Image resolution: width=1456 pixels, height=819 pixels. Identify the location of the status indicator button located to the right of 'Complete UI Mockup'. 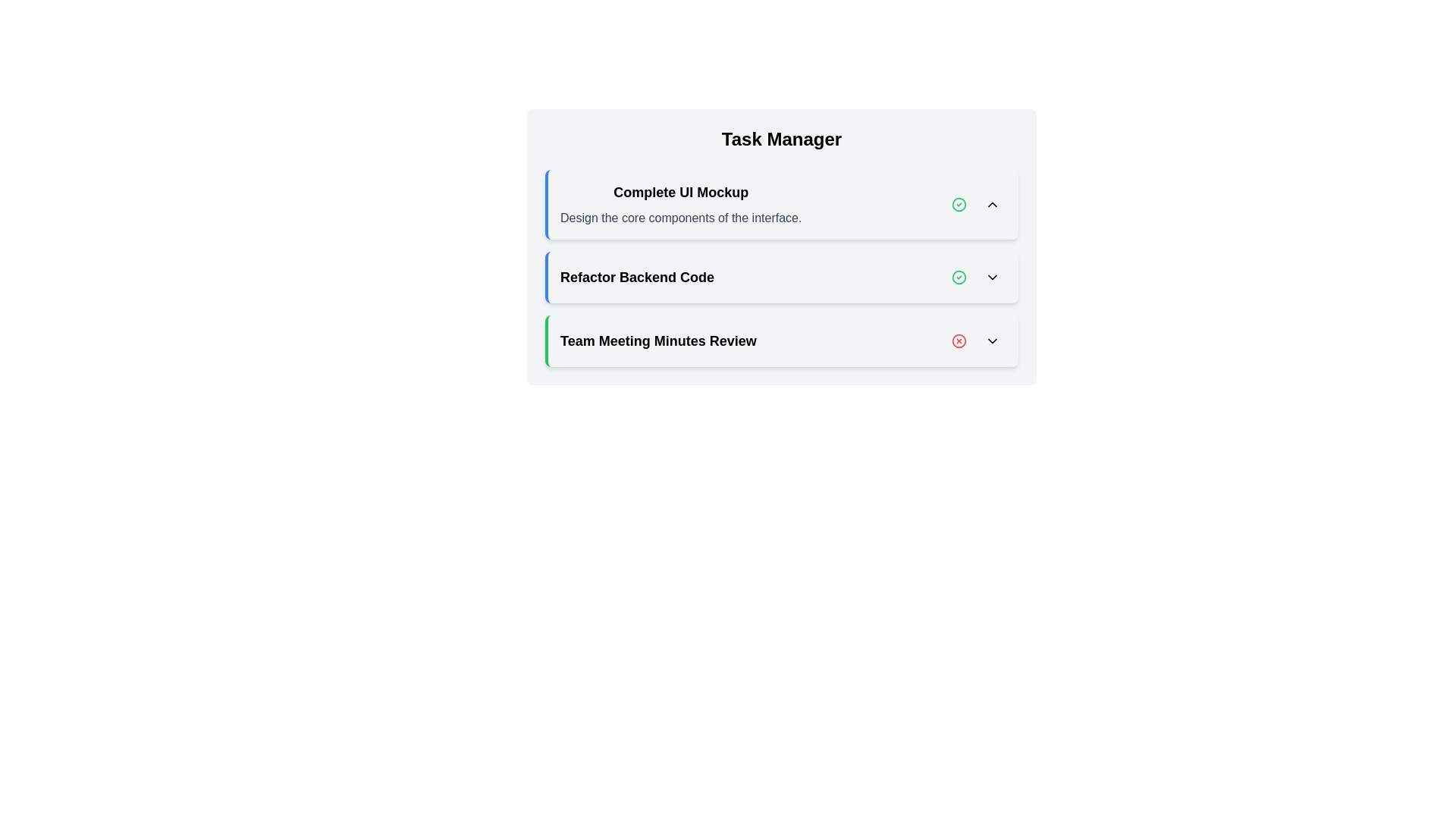
(959, 205).